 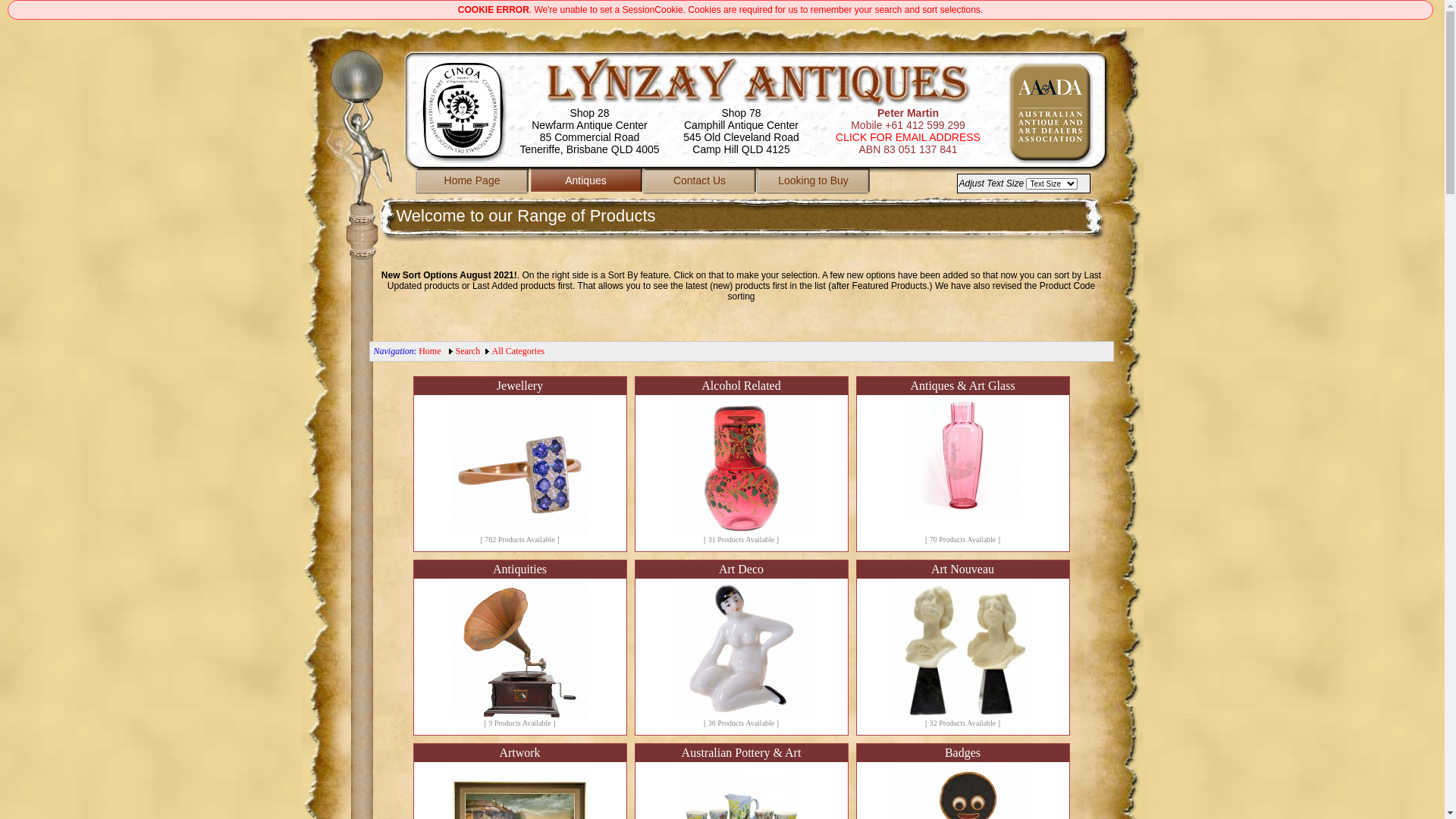 I want to click on 'Search', so click(x=454, y=350).